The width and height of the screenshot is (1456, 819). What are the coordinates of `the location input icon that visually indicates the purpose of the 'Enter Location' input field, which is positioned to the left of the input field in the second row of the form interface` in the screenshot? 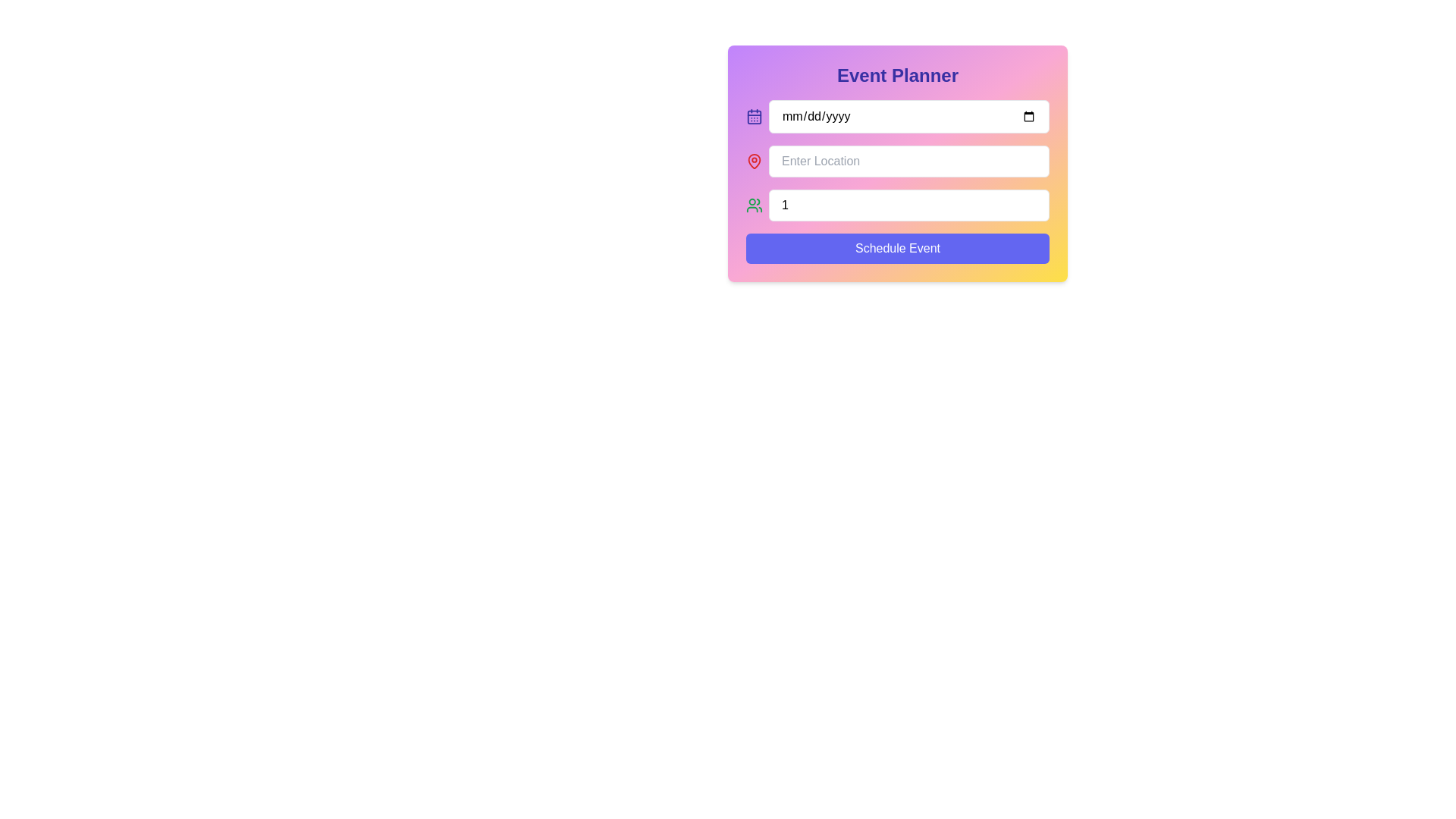 It's located at (754, 161).